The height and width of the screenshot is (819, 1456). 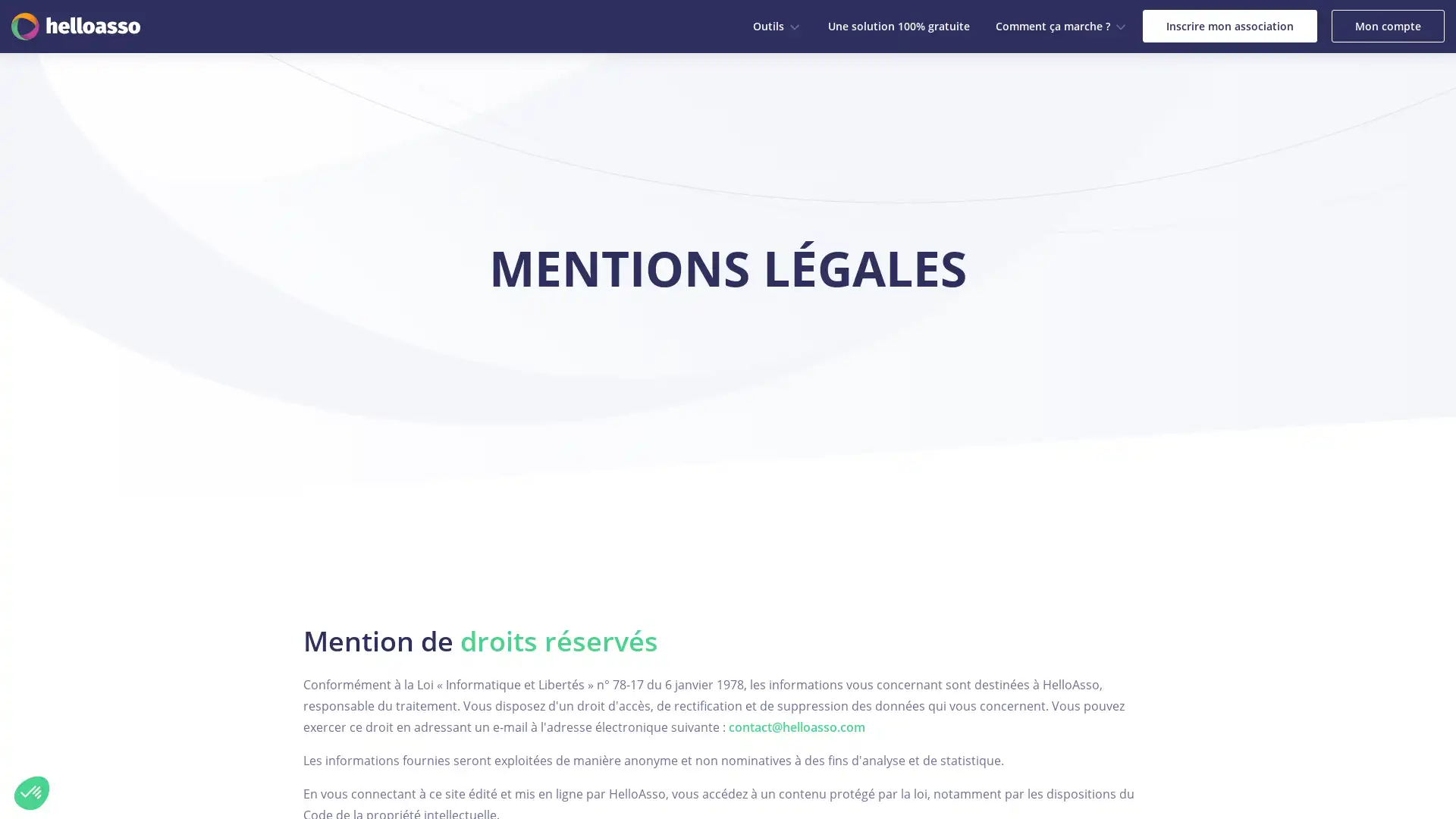 I want to click on Parametrer, so click(x=174, y=742).